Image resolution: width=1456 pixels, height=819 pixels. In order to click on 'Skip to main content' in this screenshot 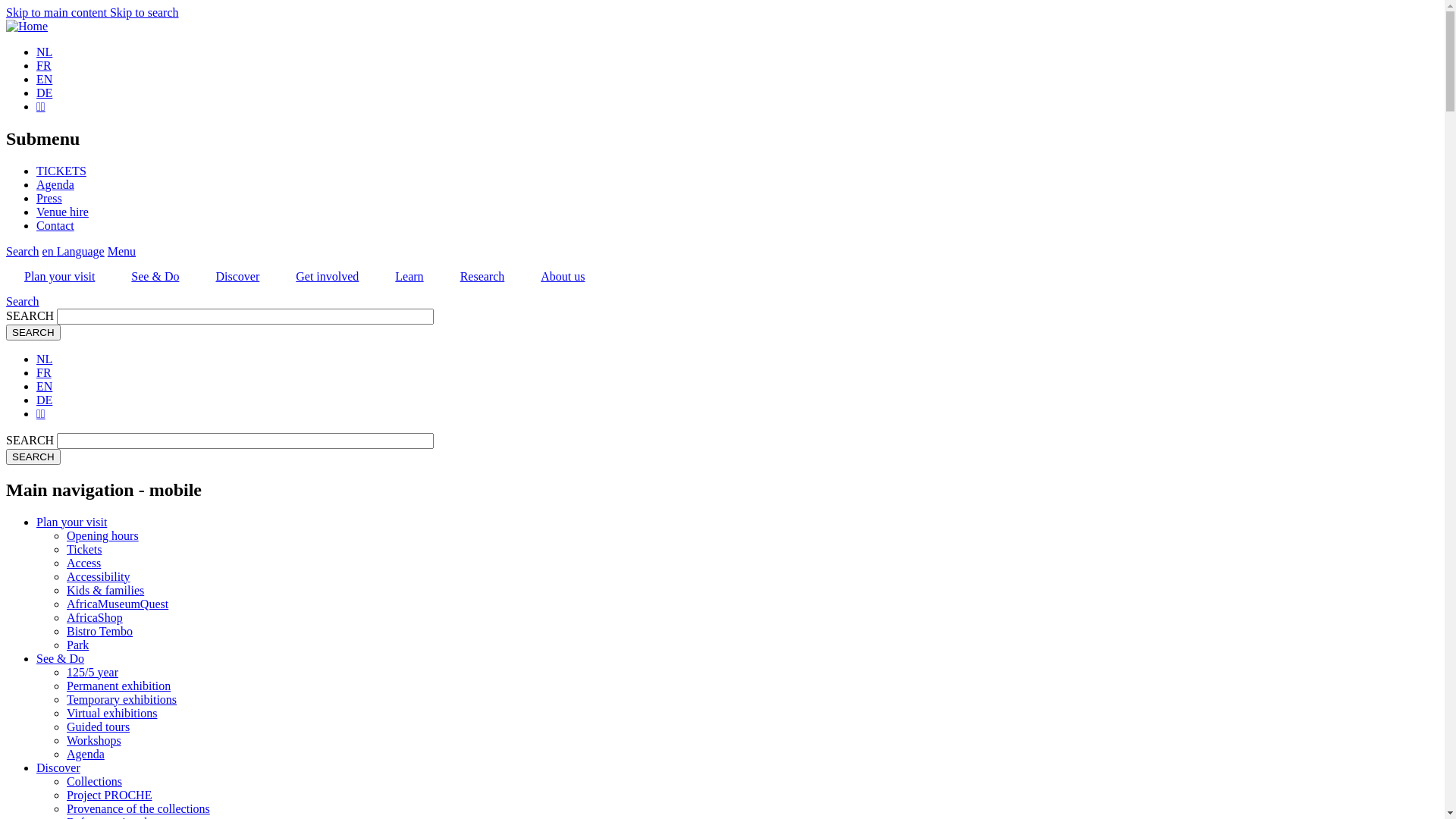, I will do `click(6, 12)`.